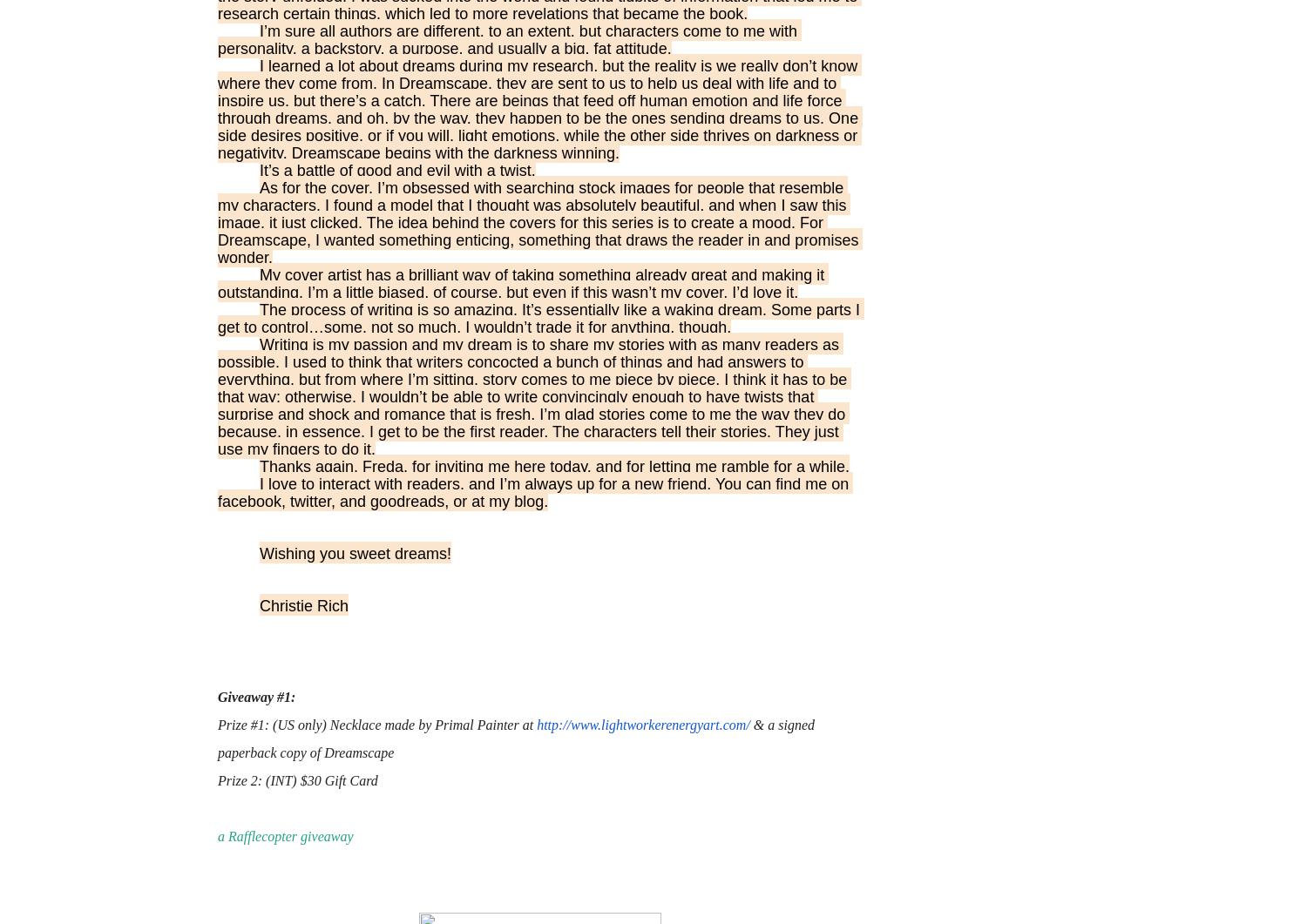 The width and height of the screenshot is (1307, 924). What do you see at coordinates (515, 739) in the screenshot?
I see `'& a signed paperback copy of Dreamscape'` at bounding box center [515, 739].